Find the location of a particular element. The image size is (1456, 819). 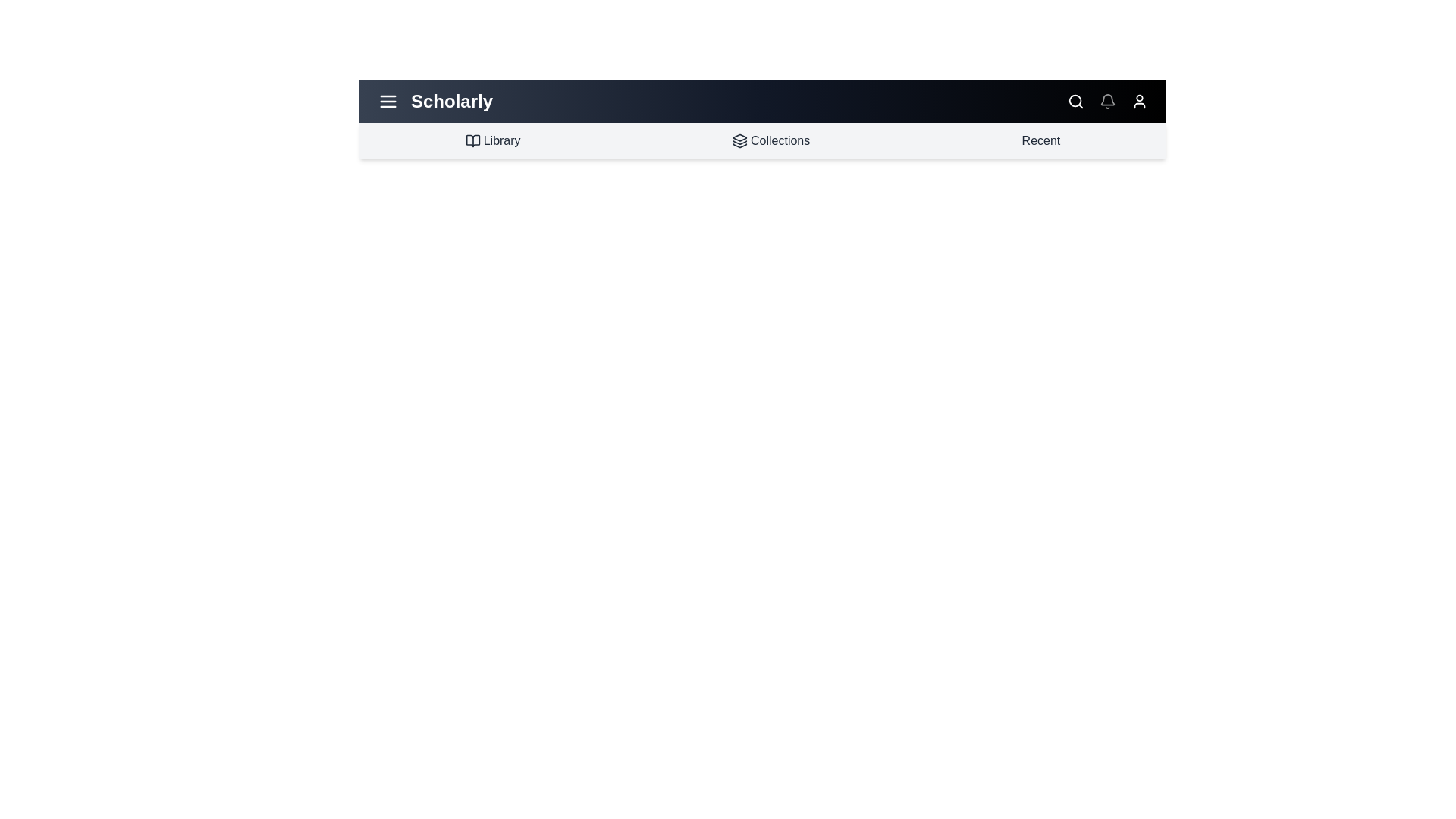

the menu icon to toggle the menu is located at coordinates (388, 102).